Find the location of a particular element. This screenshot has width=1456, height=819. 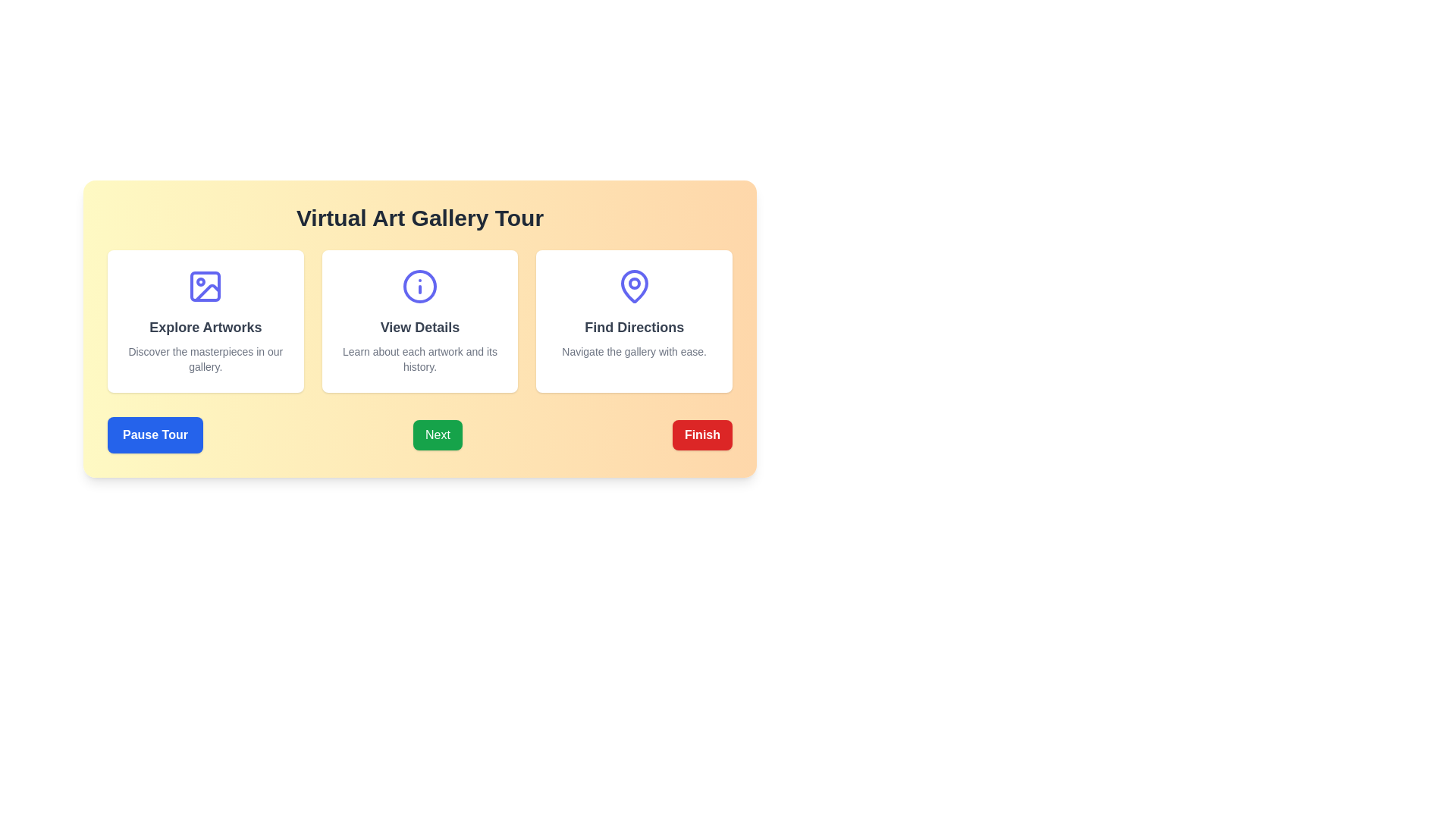

the circular icon with a blue outline and a prominent blue letter 'i' in the center, located in the central card titled 'View Details' beneath the heading 'Virtual Art Gallery Tour' is located at coordinates (419, 287).